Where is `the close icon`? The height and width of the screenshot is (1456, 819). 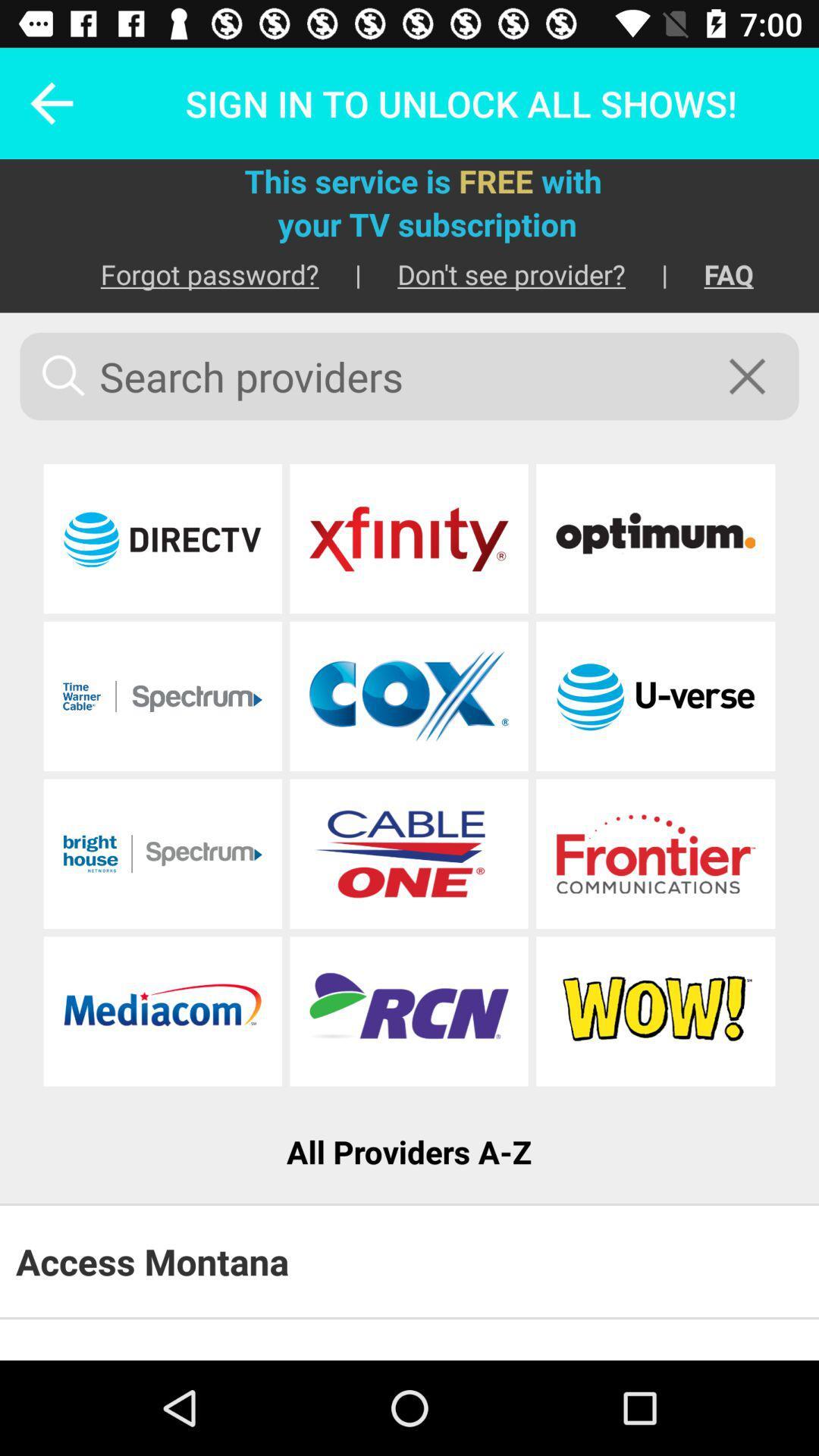 the close icon is located at coordinates (757, 376).